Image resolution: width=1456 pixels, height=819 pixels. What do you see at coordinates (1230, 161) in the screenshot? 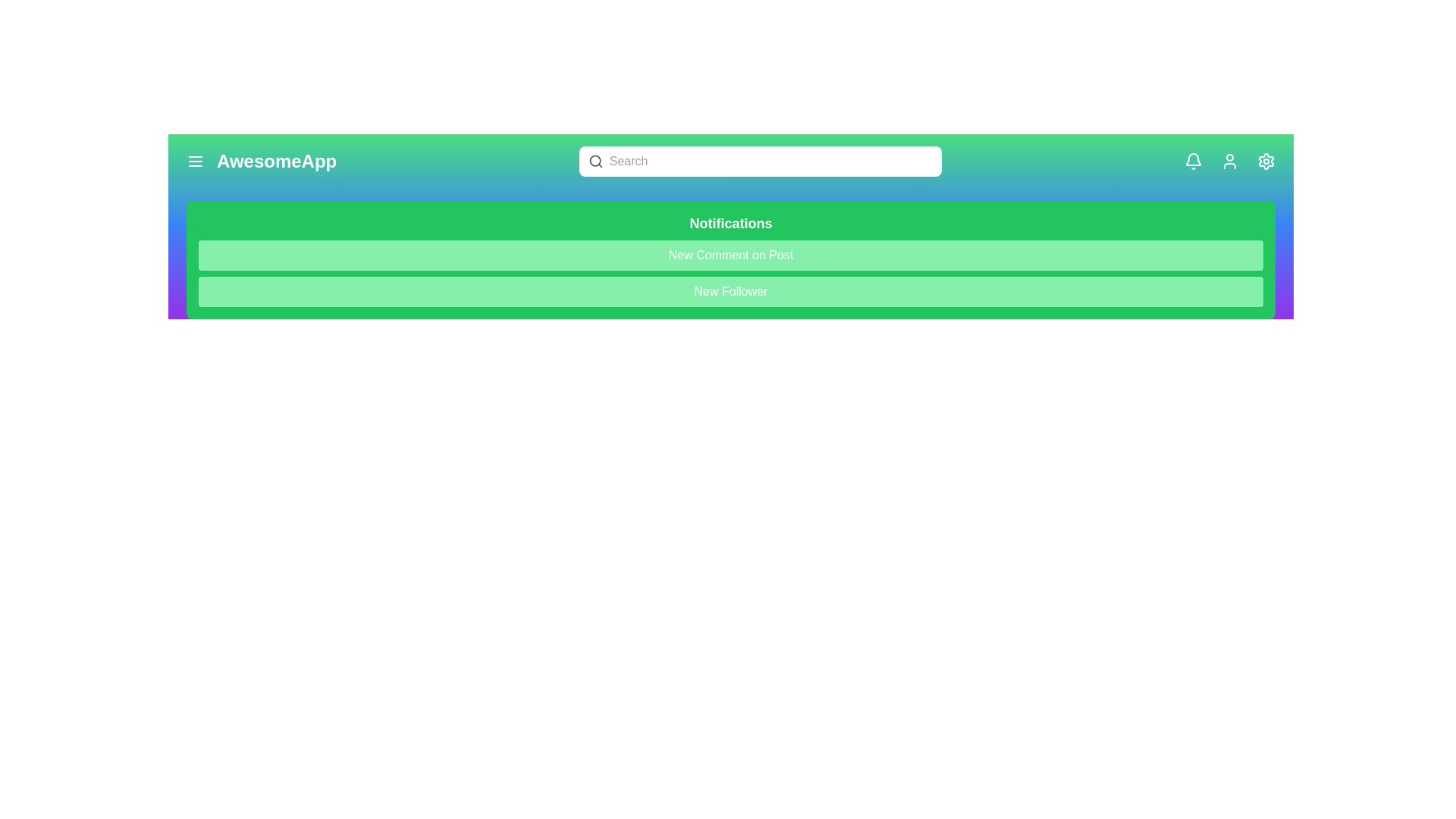
I see `the user profile icon located` at bounding box center [1230, 161].